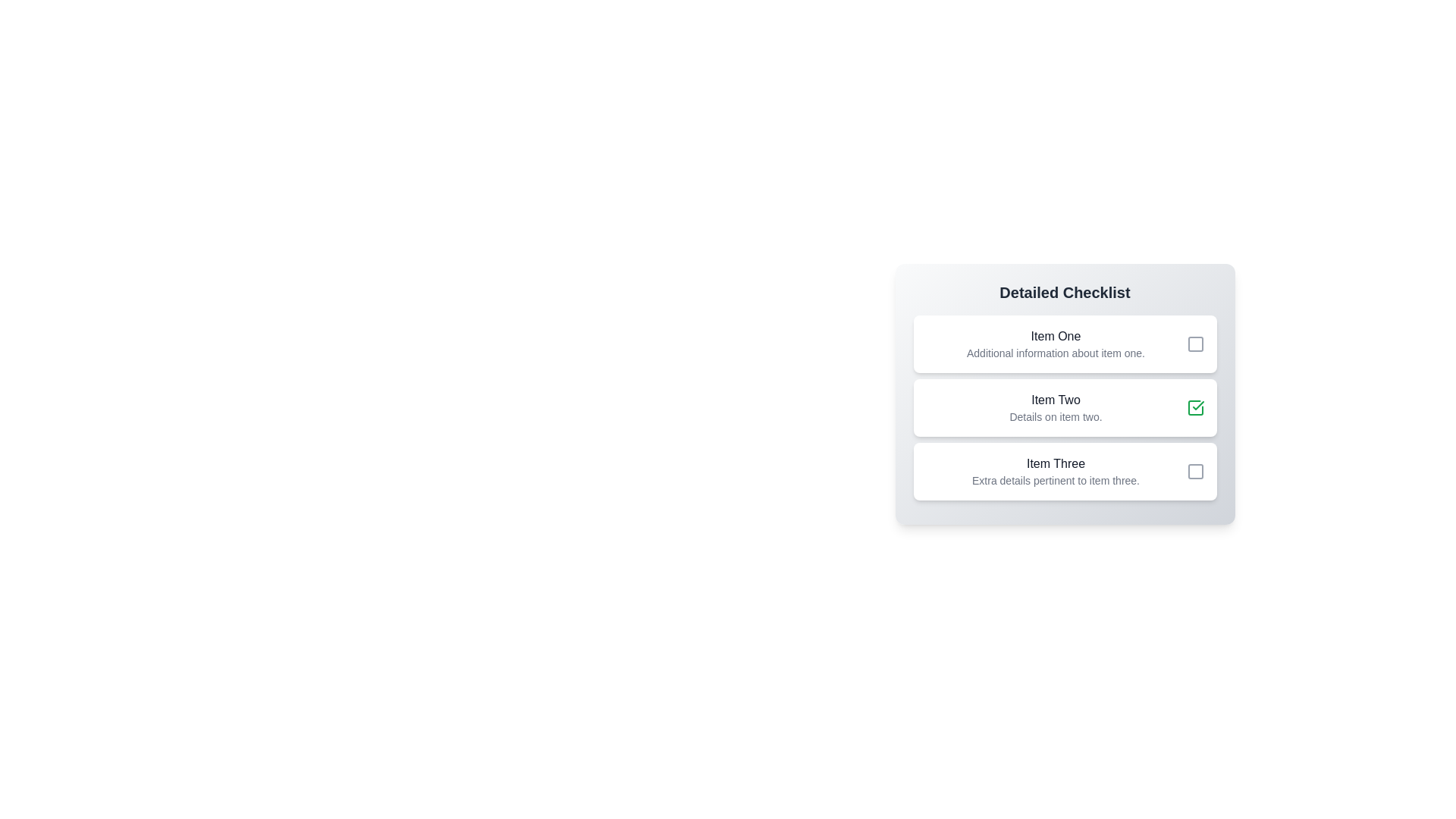 This screenshot has height=819, width=1456. I want to click on the graphic component icon within the SVG element representing 'Item Three' located at the bottom-right section of the card, so click(1194, 470).